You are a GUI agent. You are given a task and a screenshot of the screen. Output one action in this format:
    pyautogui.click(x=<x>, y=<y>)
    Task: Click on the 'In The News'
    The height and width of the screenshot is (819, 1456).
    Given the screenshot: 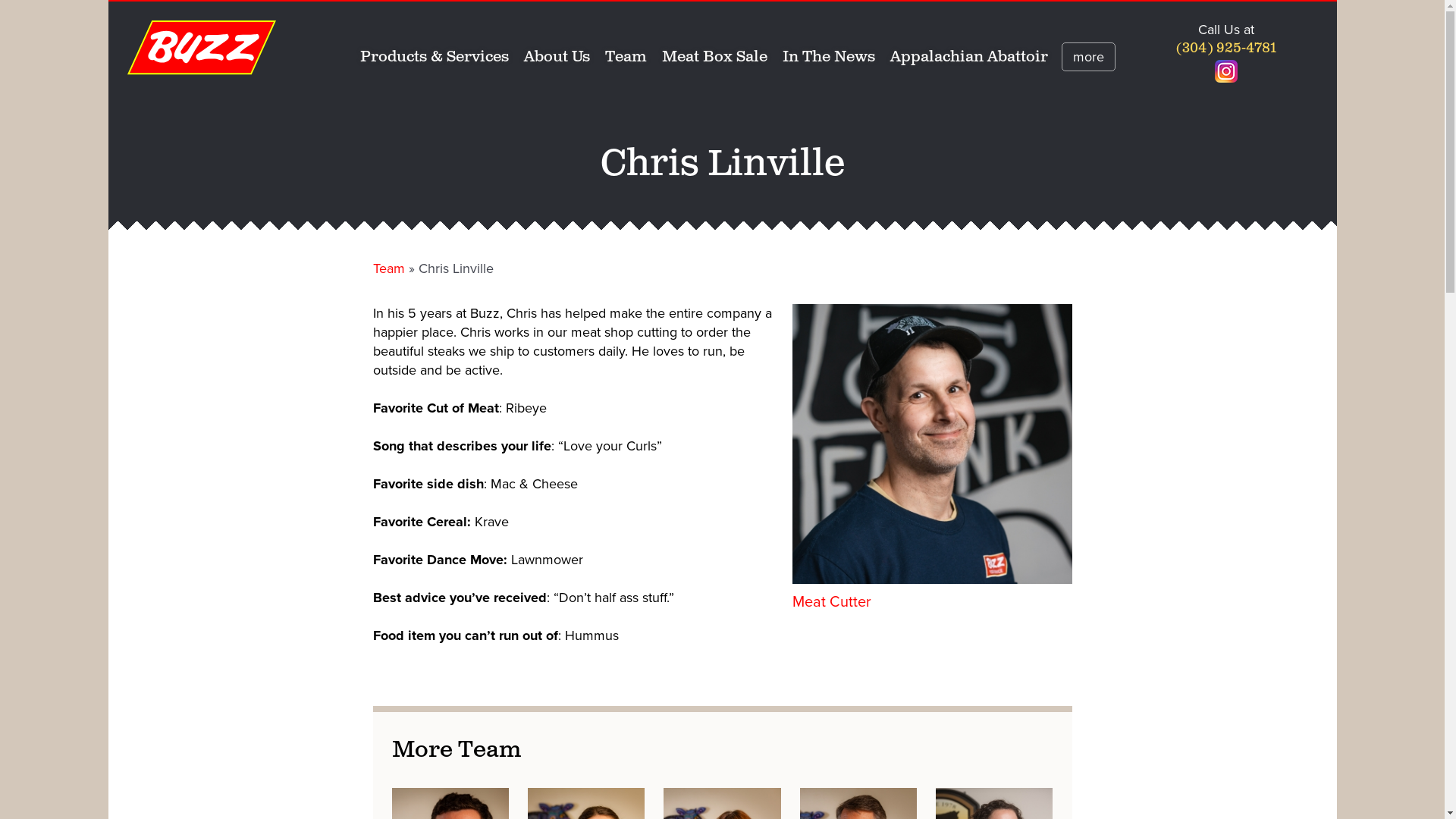 What is the action you would take?
    pyautogui.click(x=828, y=57)
    